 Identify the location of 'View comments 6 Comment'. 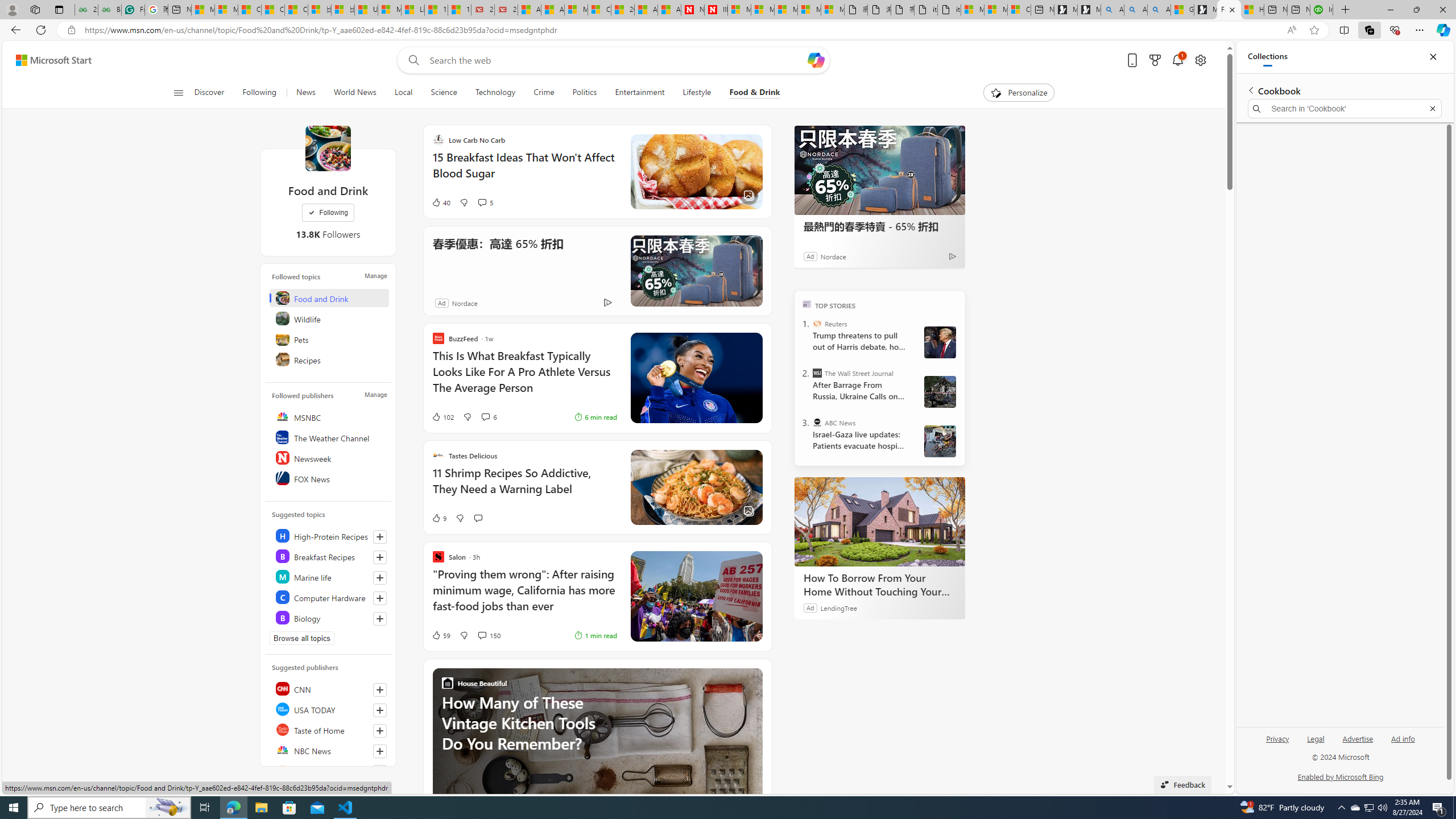
(489, 416).